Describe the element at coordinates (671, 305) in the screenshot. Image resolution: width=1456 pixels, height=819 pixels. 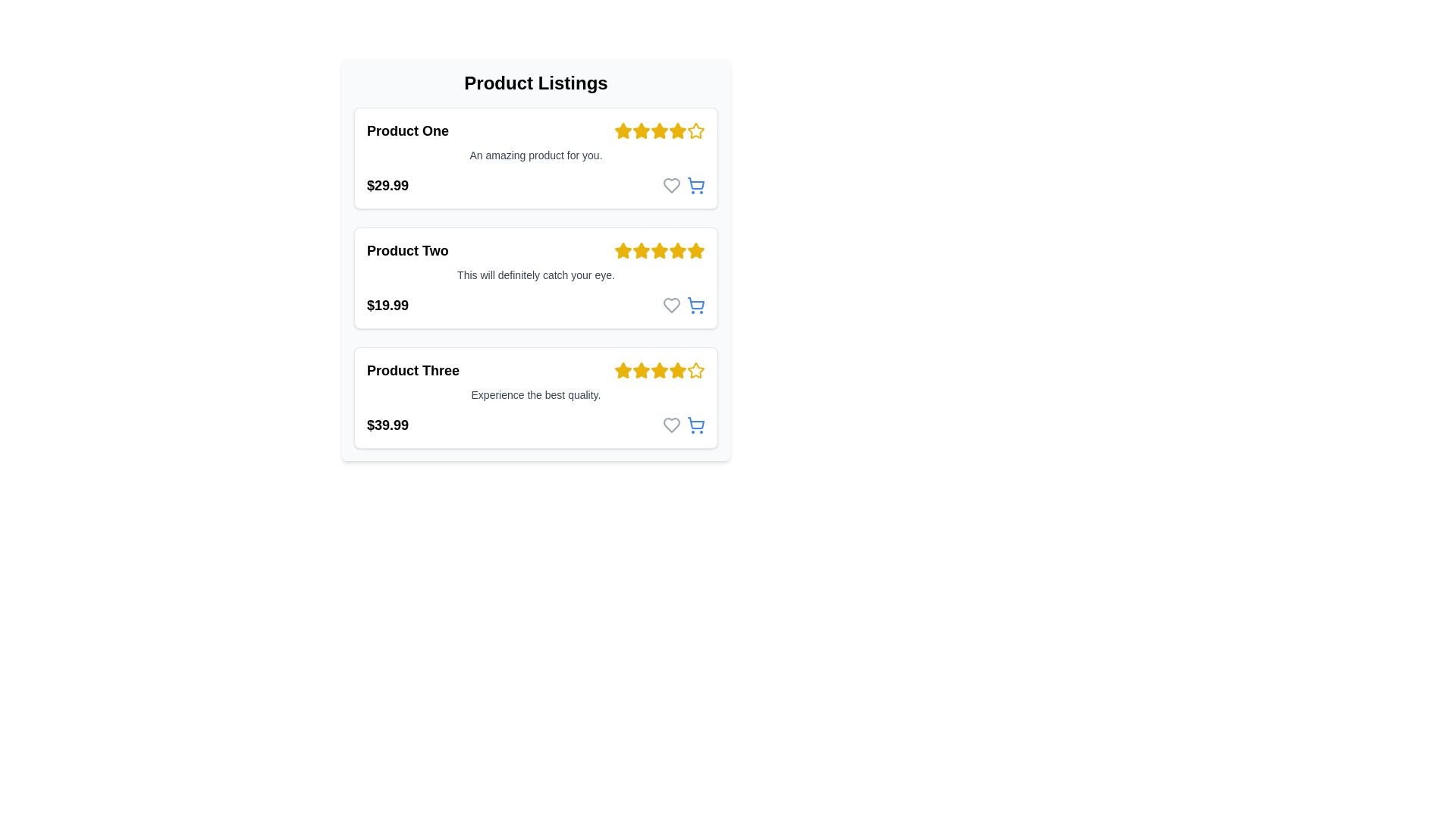
I see `the heart-shaped icon button located to the right side near the center of the second product entry in the list to trigger a tooltip or animation` at that location.